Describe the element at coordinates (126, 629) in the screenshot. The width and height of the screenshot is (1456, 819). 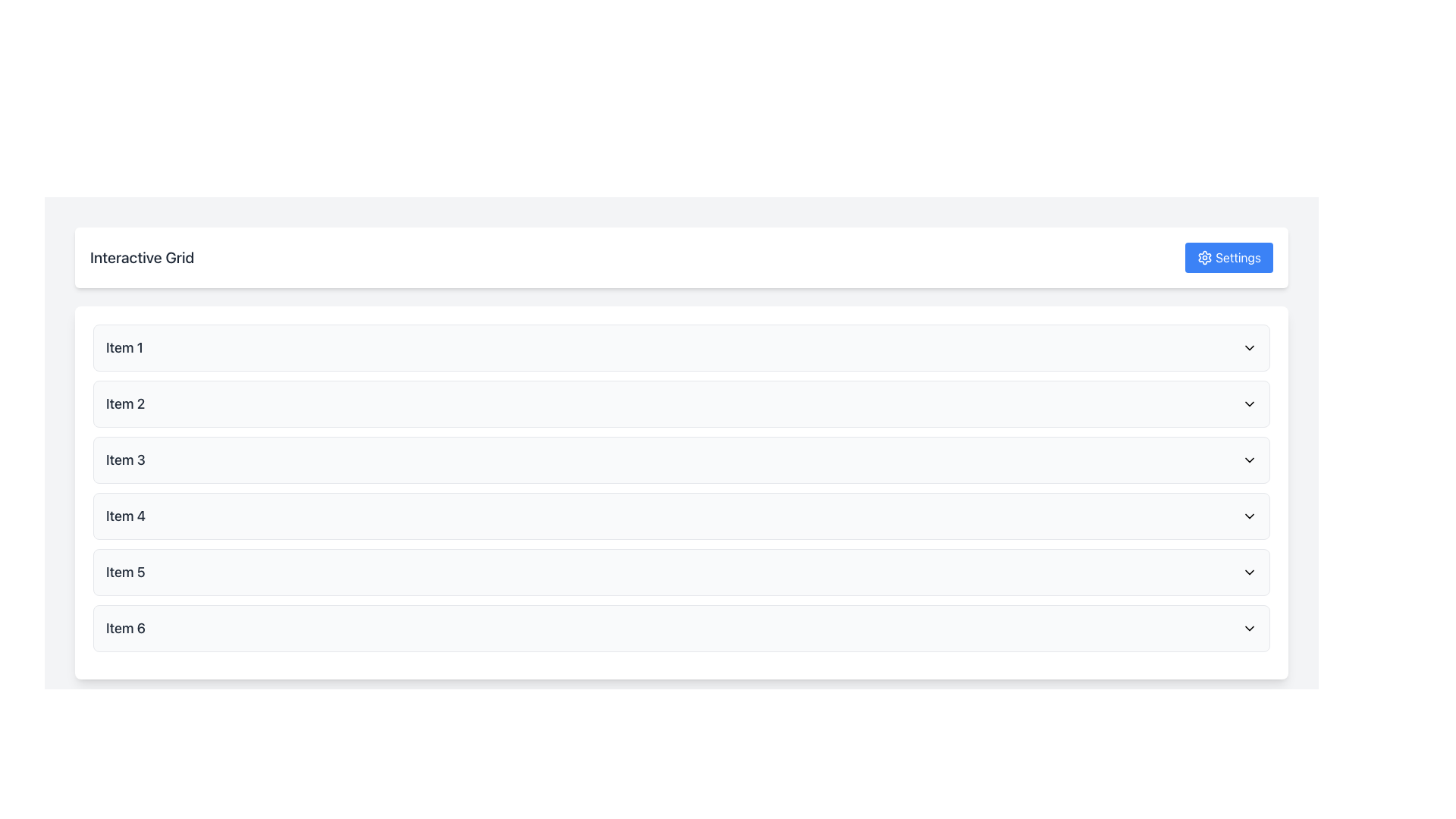
I see `text content of the sixth item label in the list, which is displayed as the left text component within a horizontal row next to a dropdown icon` at that location.